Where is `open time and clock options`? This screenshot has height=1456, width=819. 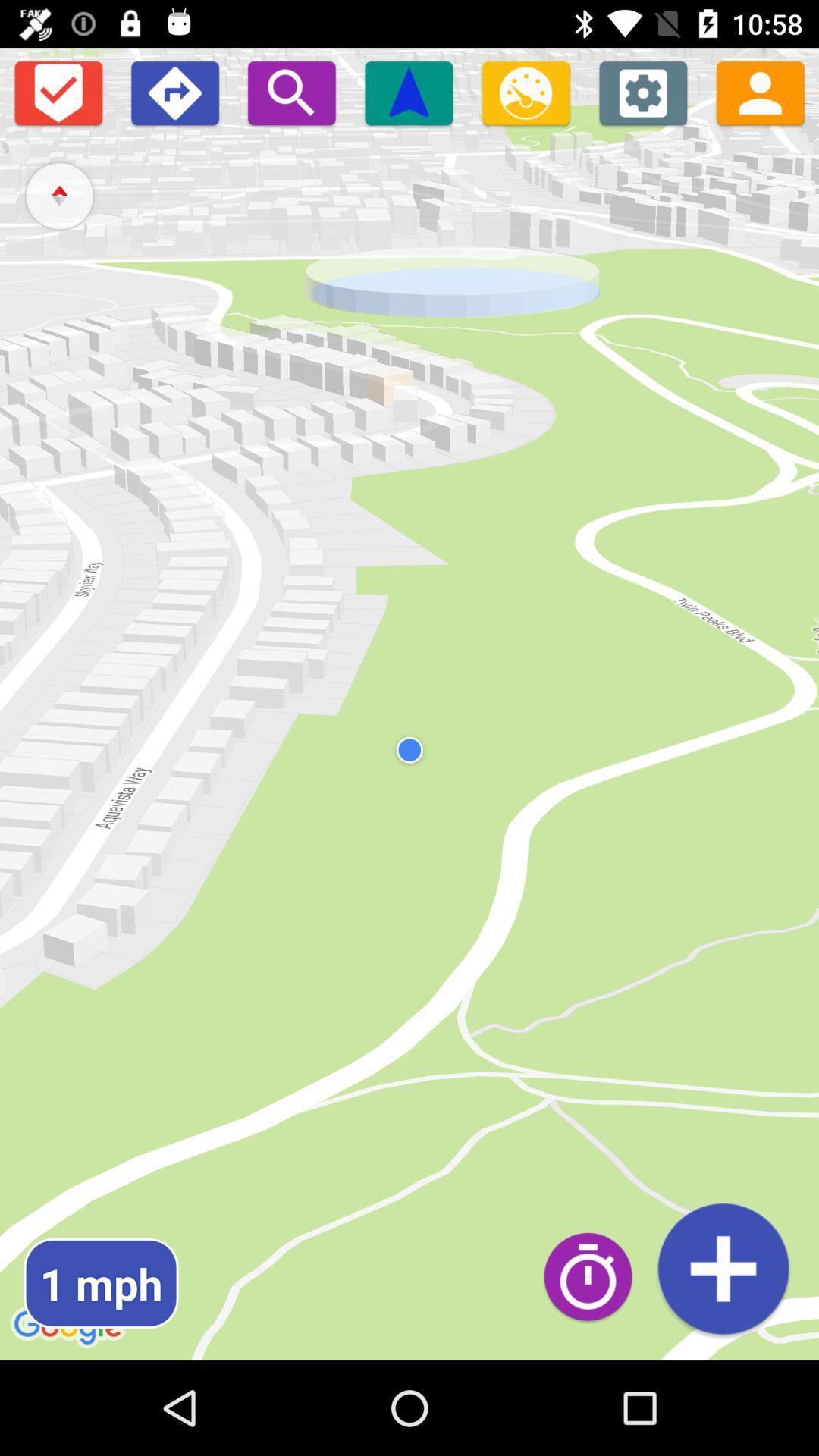
open time and clock options is located at coordinates (595, 1276).